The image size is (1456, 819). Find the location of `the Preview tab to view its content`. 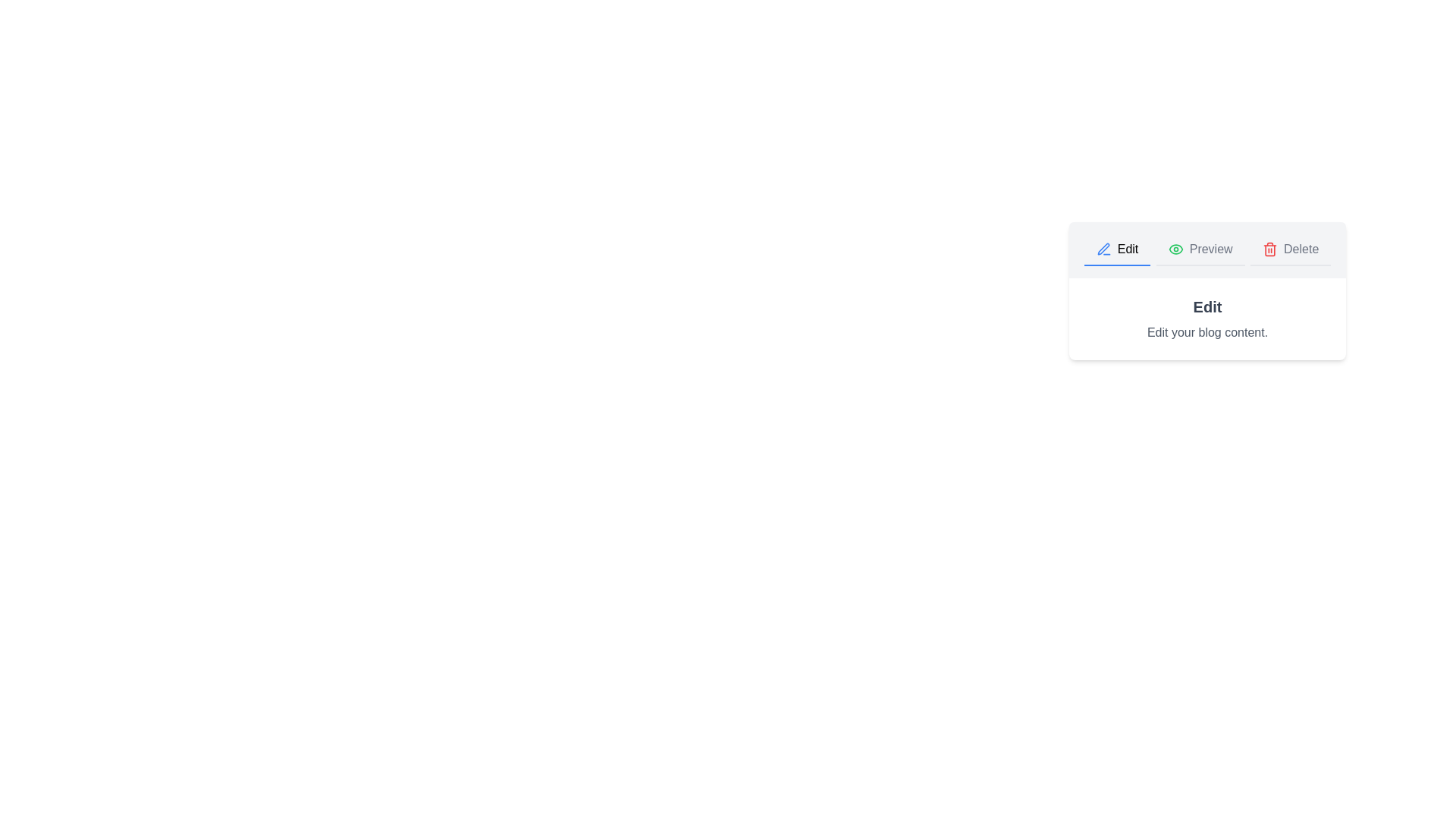

the Preview tab to view its content is located at coordinates (1200, 249).